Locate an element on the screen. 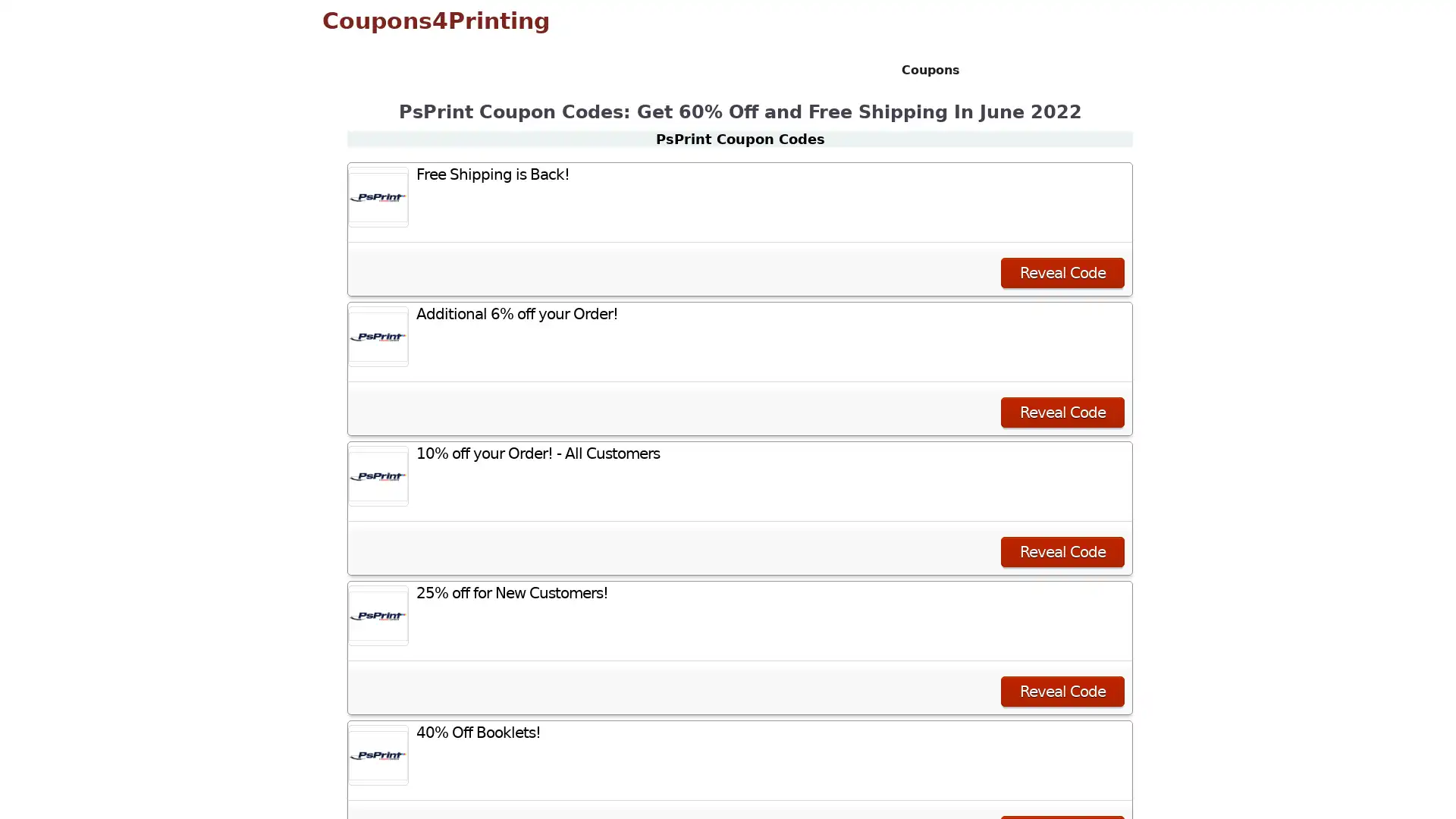  Reveal Code is located at coordinates (1062, 691).